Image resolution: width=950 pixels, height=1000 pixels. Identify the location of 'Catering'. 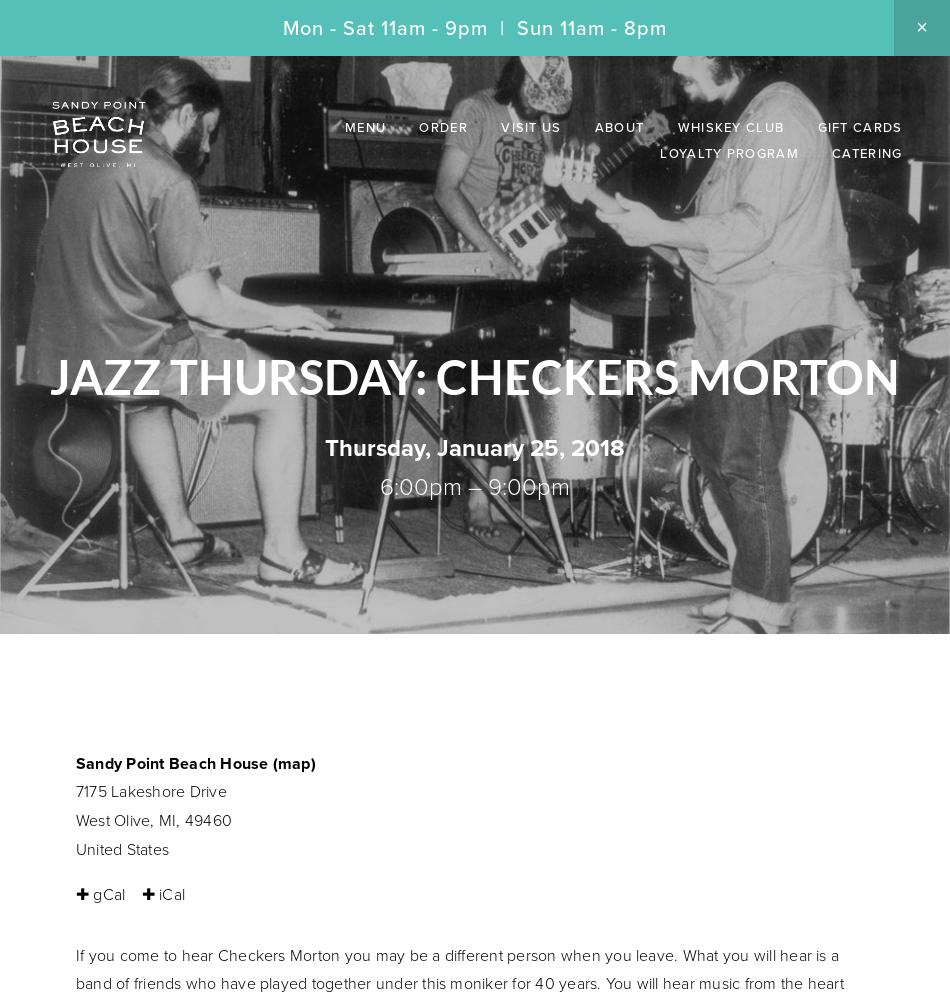
(865, 153).